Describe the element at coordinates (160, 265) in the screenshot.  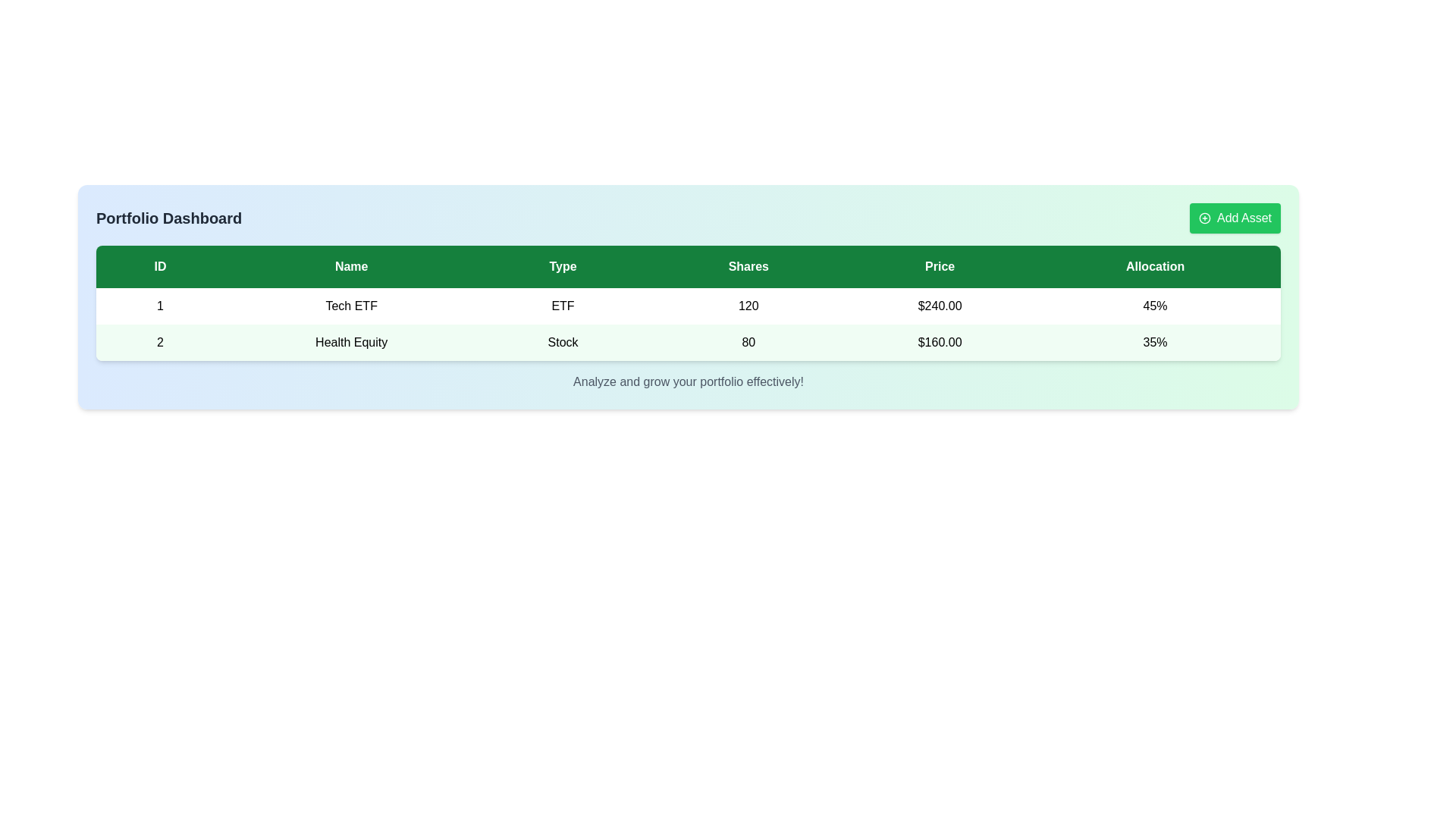
I see `the table header cell that serves as the header for the first column of a table listing IDs, located at the top-left corner of the table` at that location.